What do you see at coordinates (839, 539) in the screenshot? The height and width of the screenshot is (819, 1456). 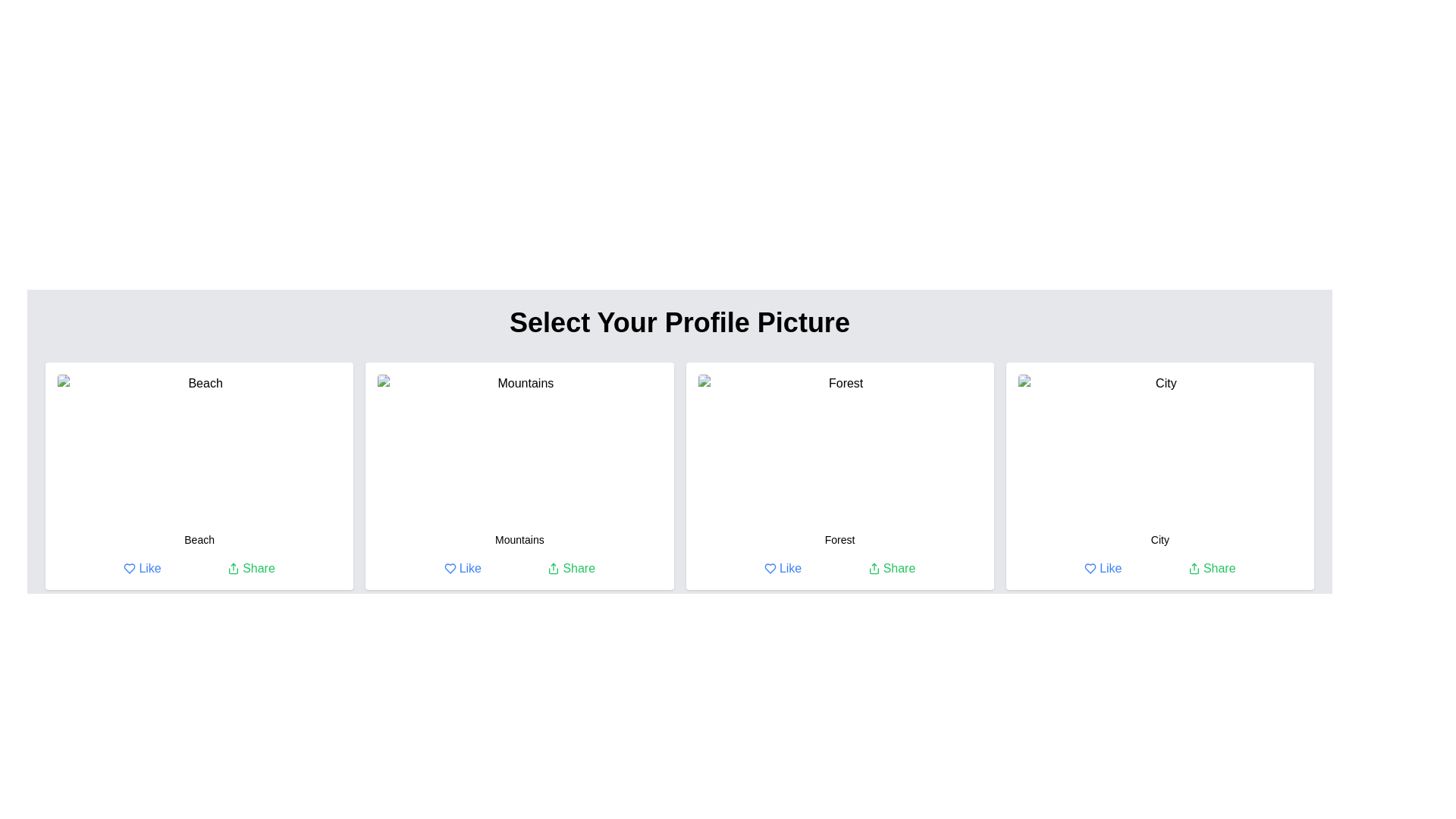 I see `the Text label located below the forest image in the third card from the left, which provides a description for the item and is positioned above the 'Like Share' section` at bounding box center [839, 539].